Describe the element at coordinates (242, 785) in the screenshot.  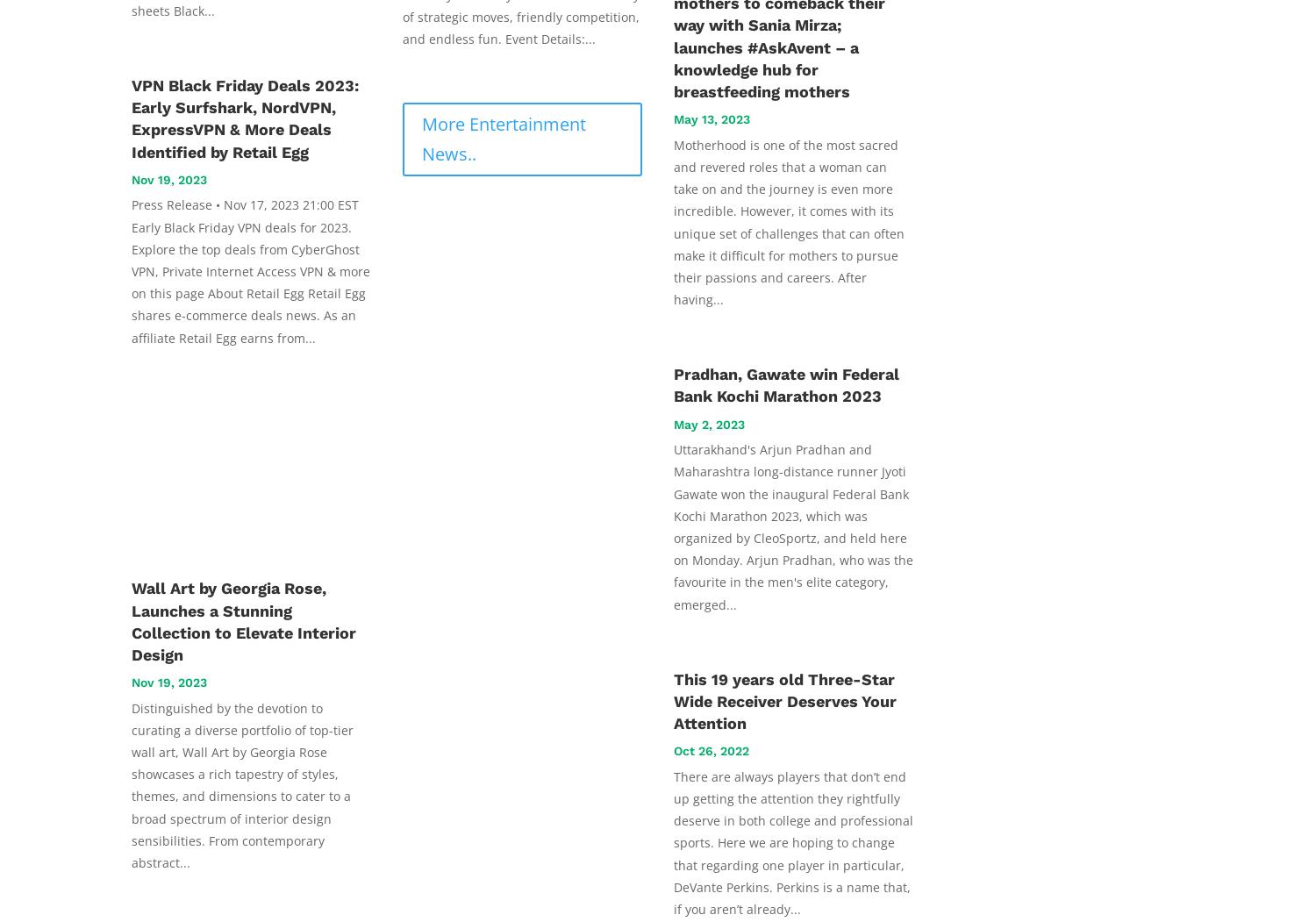
I see `'Distinguished by the devotion to curating a diverse portfolio of top-tier wall art, Wall Art by Georgia Rose showcases a rich tapestry of styles, themes, and dimensions to cater to a broad spectrum of interior design sensibilities. From contemporary abstract...'` at that location.